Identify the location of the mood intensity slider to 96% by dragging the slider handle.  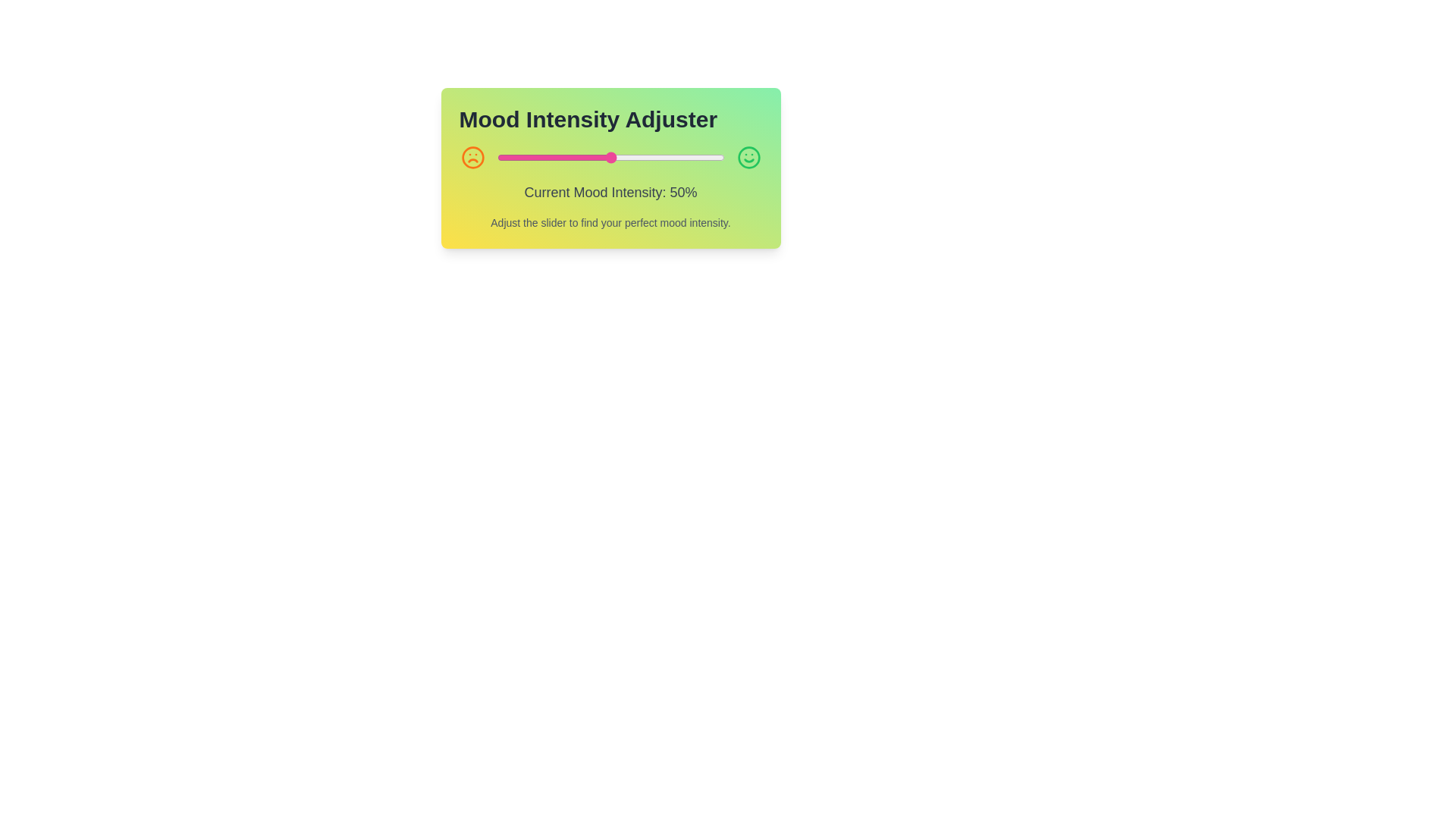
(714, 158).